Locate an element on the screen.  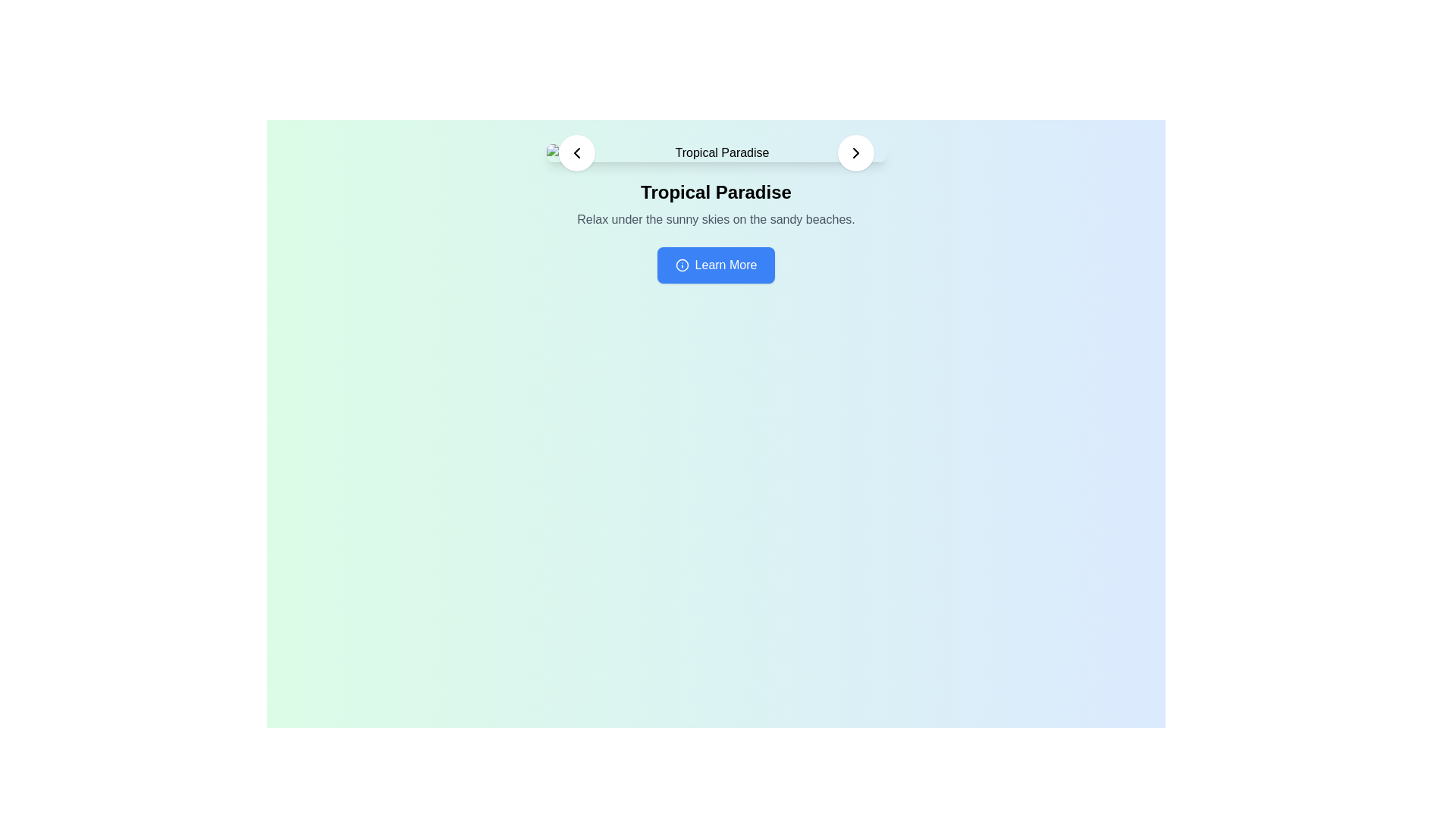
the 'Learn More' button which contains the icon that provides additional information or guidance is located at coordinates (681, 265).